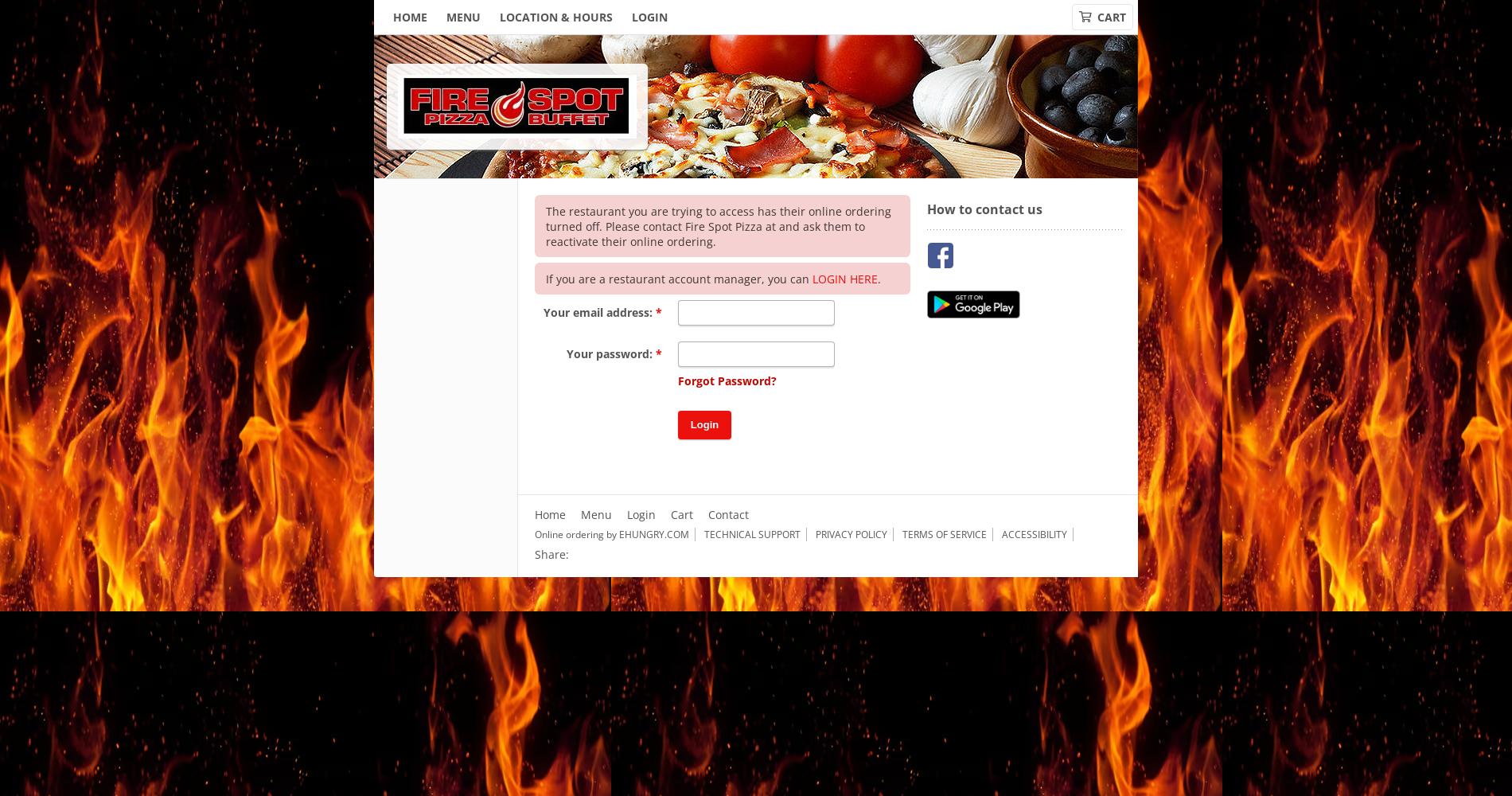 The width and height of the screenshot is (1512, 796). I want to click on 'Share:', so click(552, 553).